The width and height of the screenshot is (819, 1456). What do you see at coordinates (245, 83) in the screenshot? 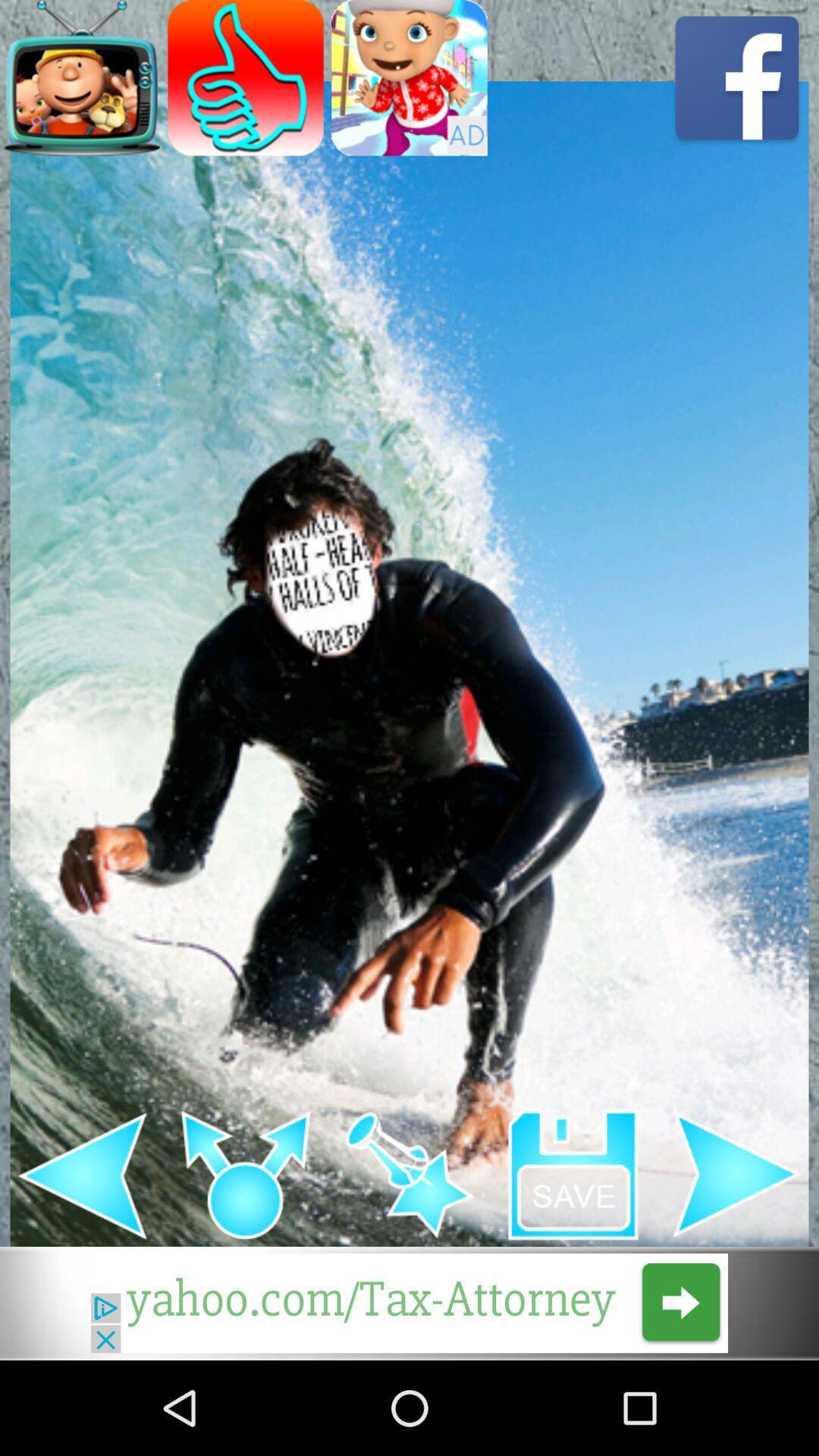
I see `the thumbs_up icon` at bounding box center [245, 83].